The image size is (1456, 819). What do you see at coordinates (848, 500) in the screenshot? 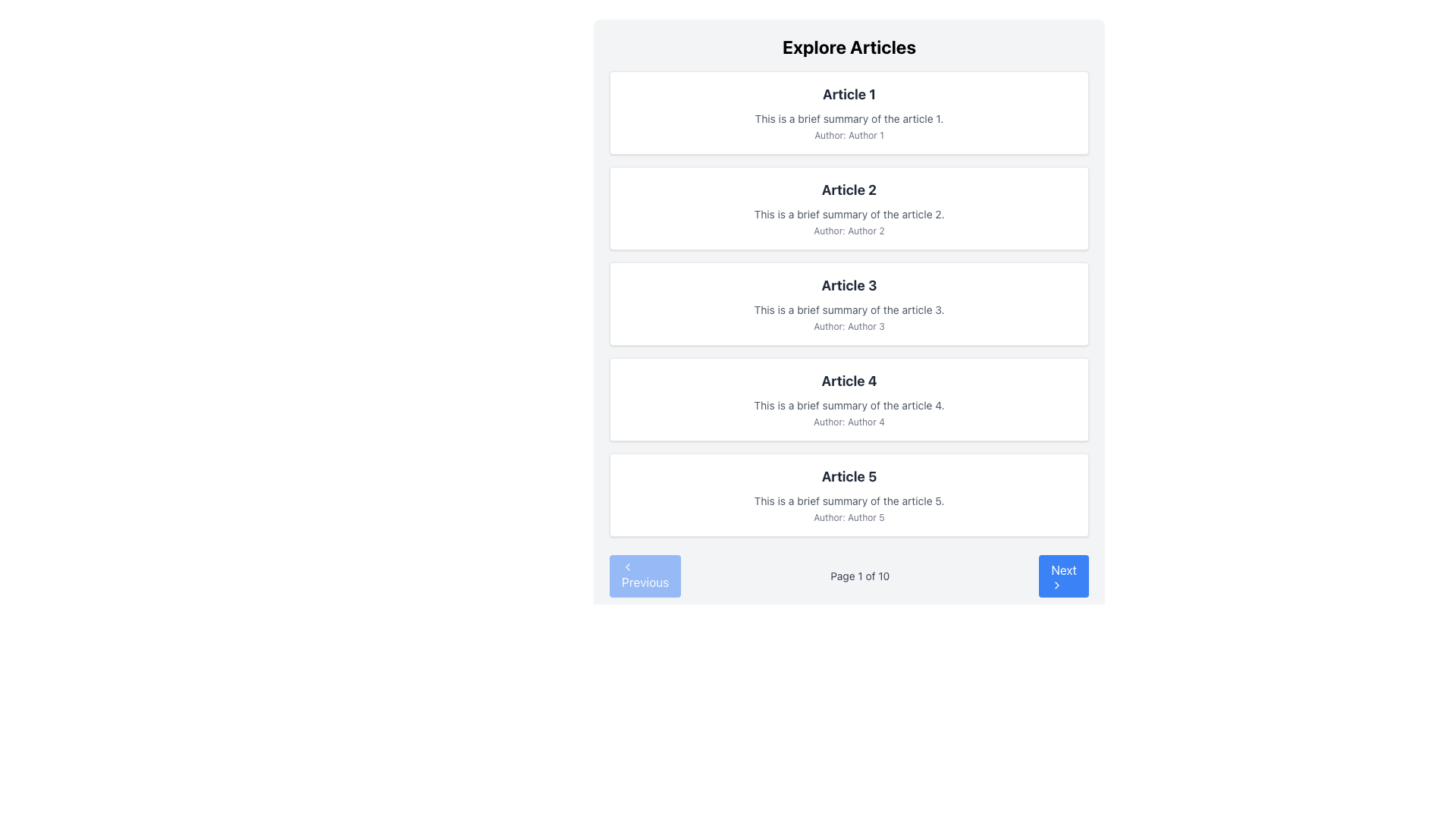
I see `the summary text that provides concise information about the content of 'Article 5', positioned between the title and author information` at bounding box center [848, 500].